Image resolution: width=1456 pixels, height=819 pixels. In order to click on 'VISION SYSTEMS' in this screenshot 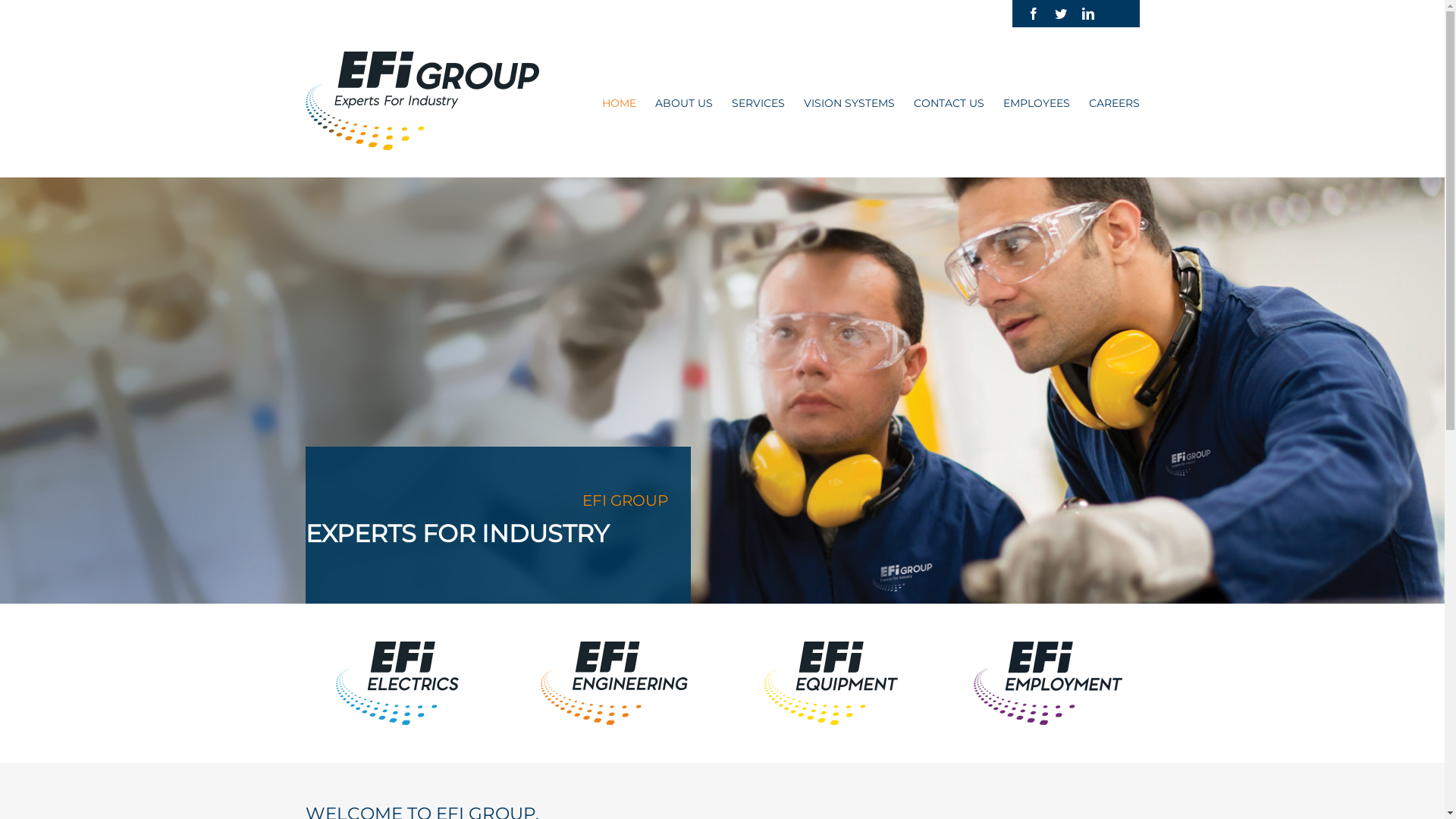, I will do `click(848, 102)`.